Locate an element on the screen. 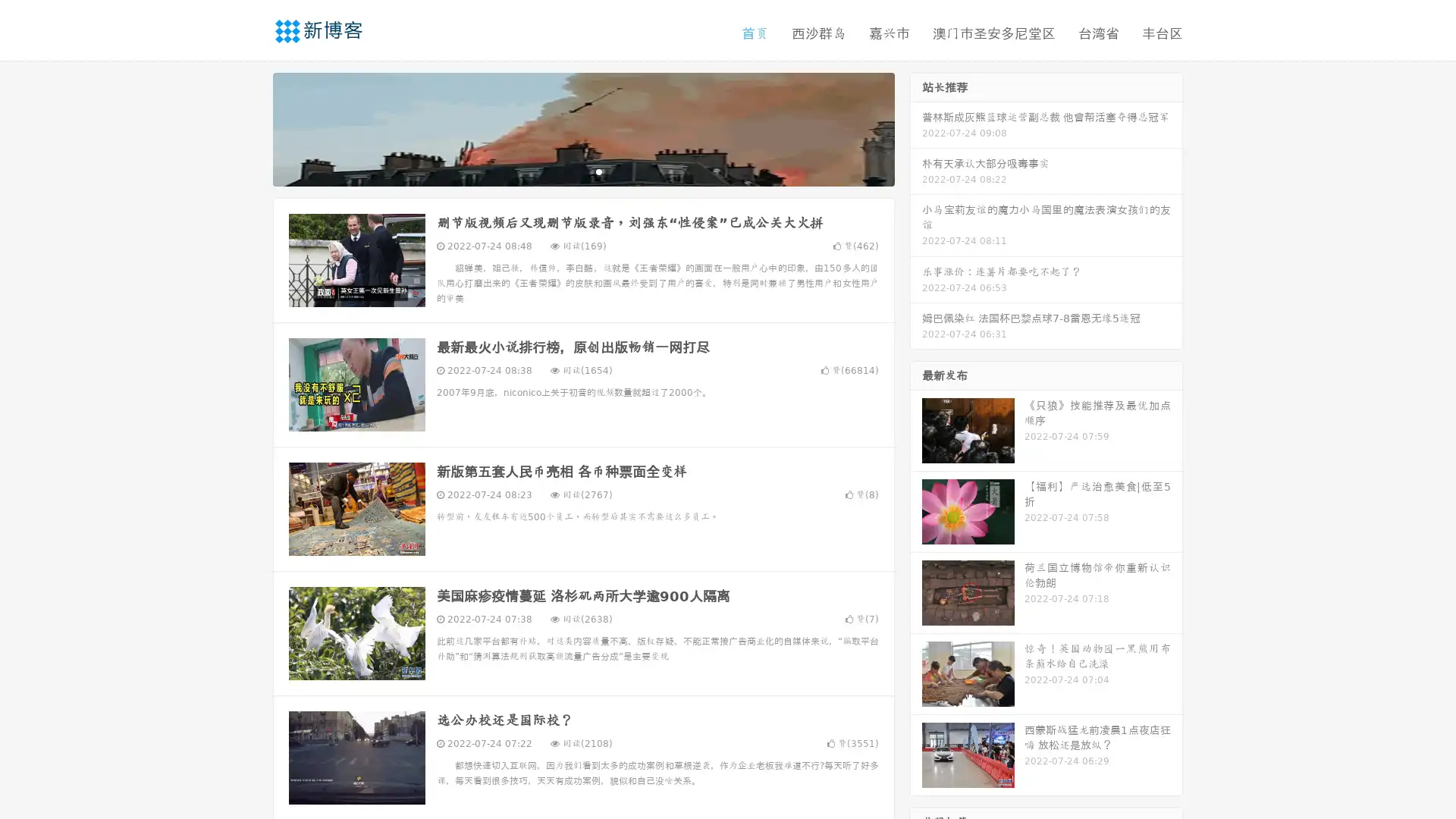  Next slide is located at coordinates (916, 127).